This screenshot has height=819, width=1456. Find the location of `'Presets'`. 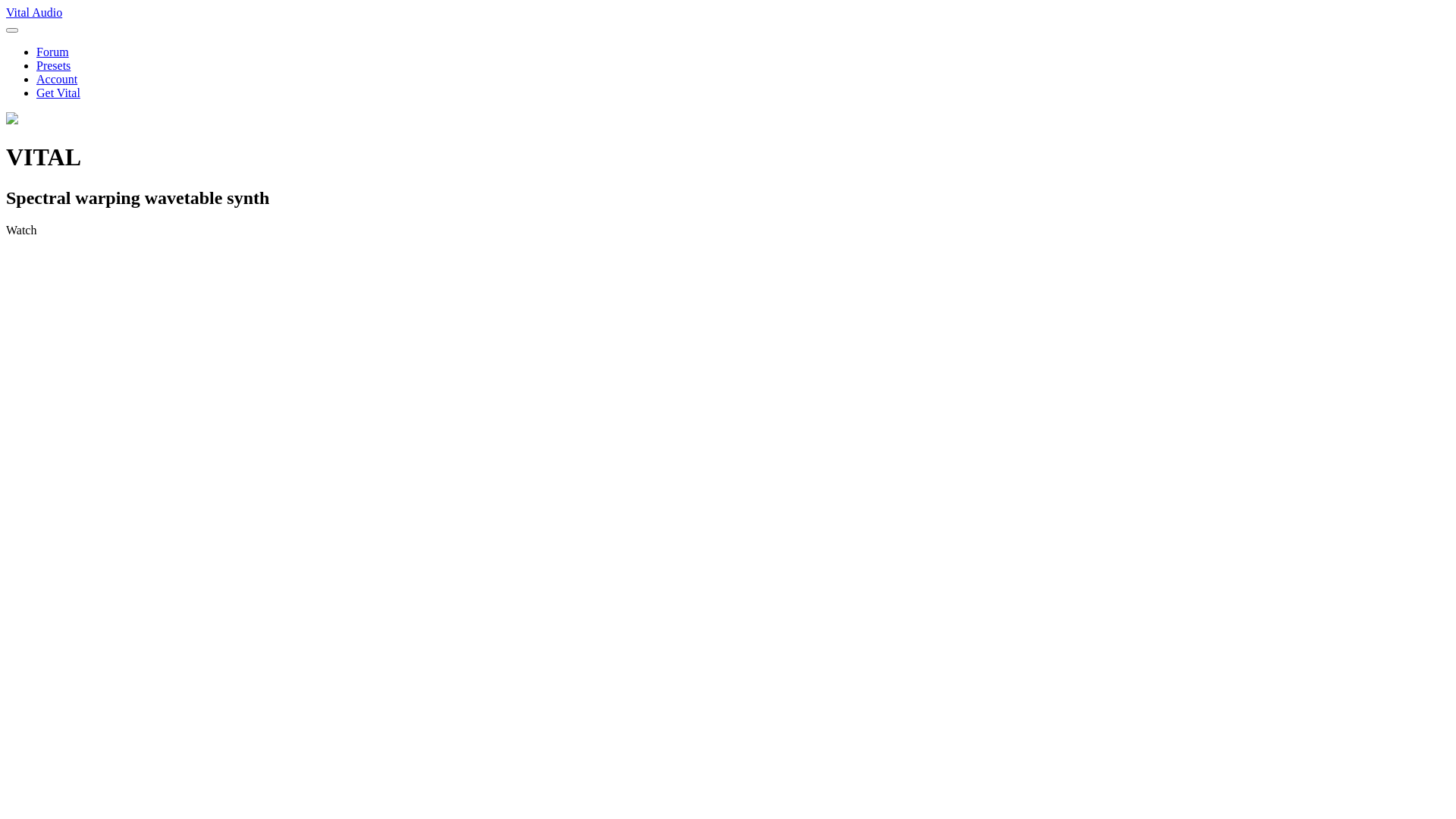

'Presets' is located at coordinates (36, 64).